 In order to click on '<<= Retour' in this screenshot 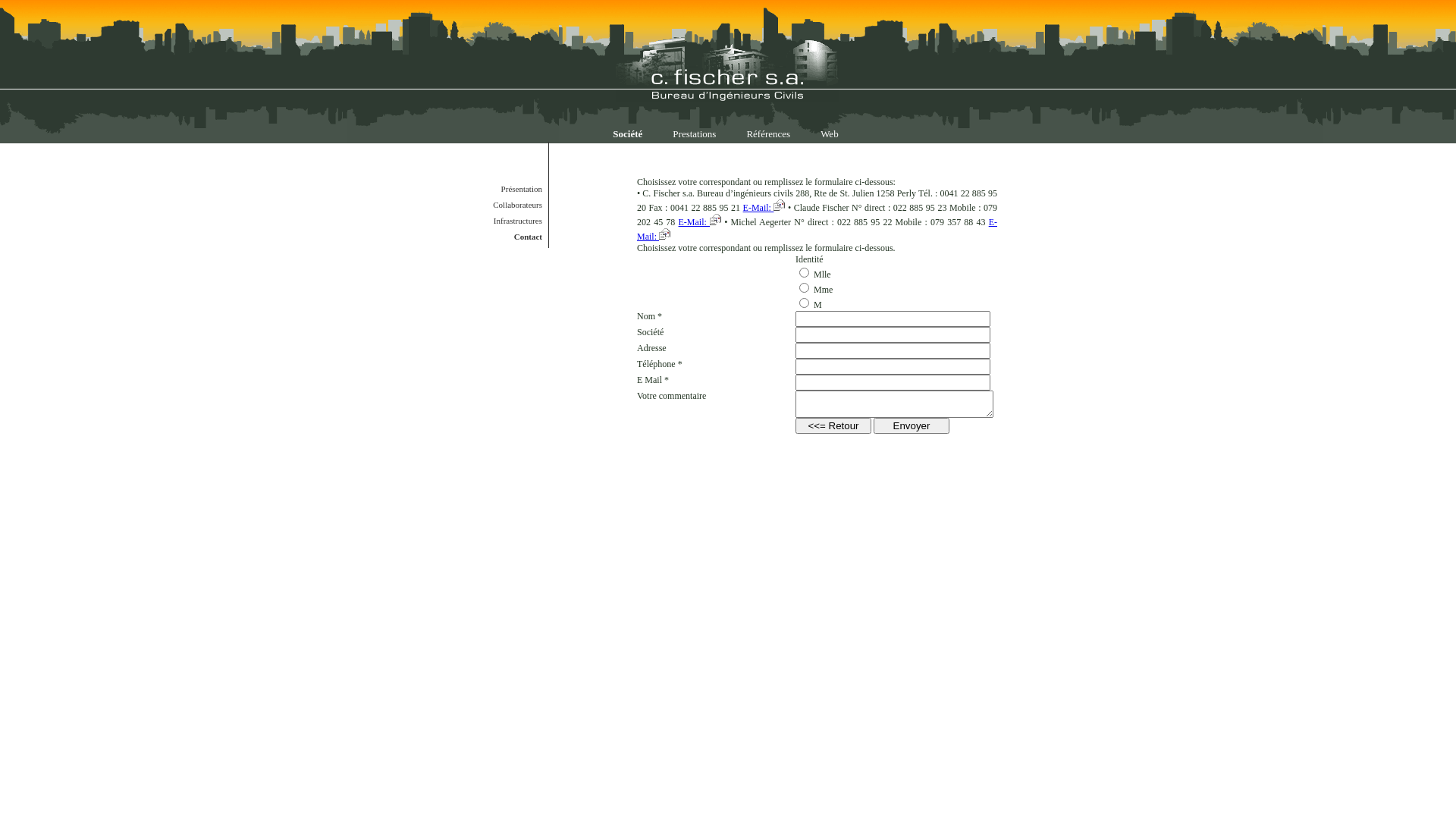, I will do `click(833, 425)`.